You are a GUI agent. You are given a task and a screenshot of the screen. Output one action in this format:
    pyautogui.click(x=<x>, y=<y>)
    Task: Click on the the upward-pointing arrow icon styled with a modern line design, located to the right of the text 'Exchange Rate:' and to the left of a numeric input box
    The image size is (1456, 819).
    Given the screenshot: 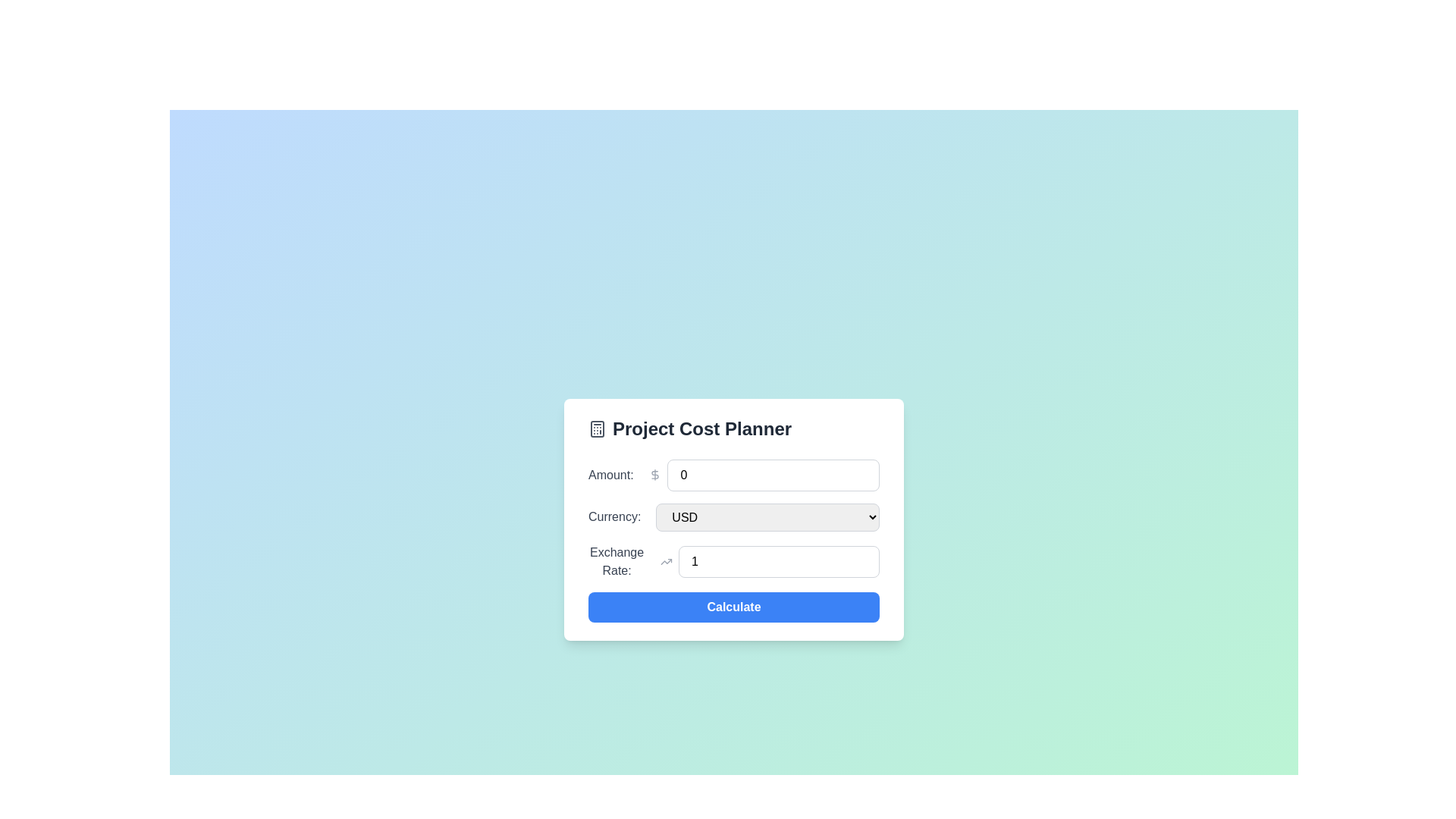 What is the action you would take?
    pyautogui.click(x=667, y=561)
    